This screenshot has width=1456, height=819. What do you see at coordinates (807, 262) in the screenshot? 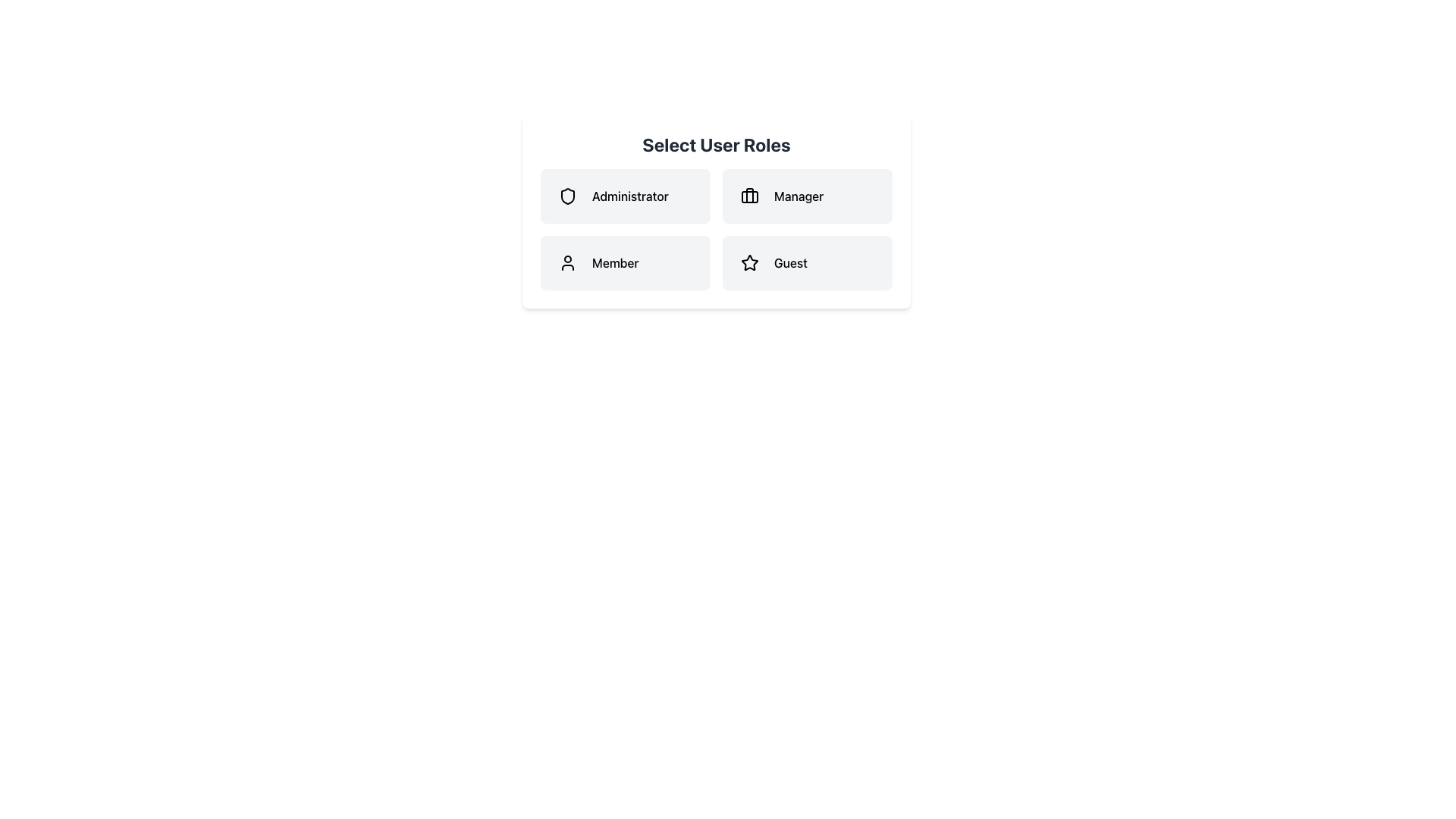
I see `the 'Guest' role selection button located in the bottom-right slot of the user role options grid` at bounding box center [807, 262].